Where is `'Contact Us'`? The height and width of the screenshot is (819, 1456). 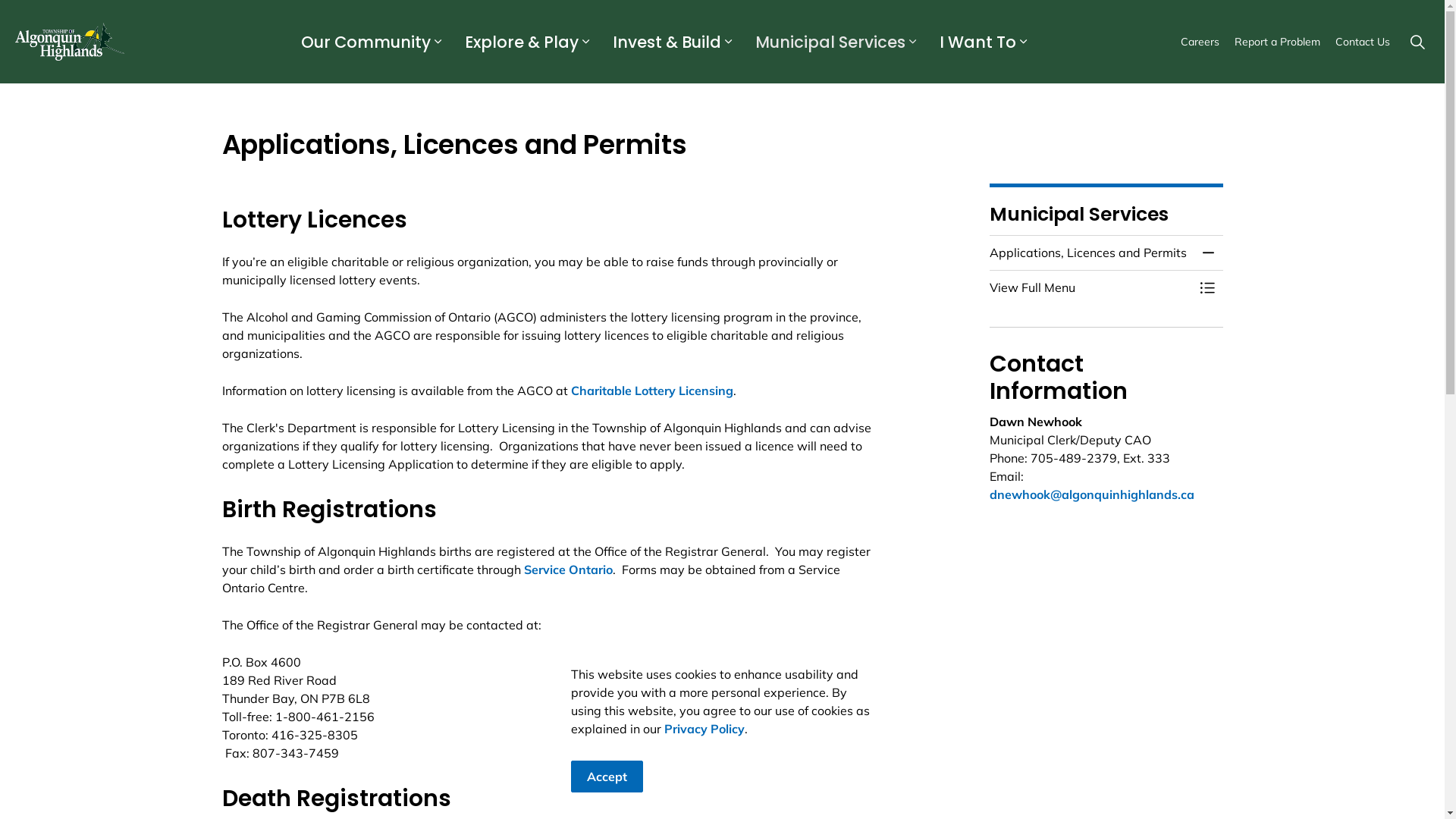
'Contact Us' is located at coordinates (1362, 40).